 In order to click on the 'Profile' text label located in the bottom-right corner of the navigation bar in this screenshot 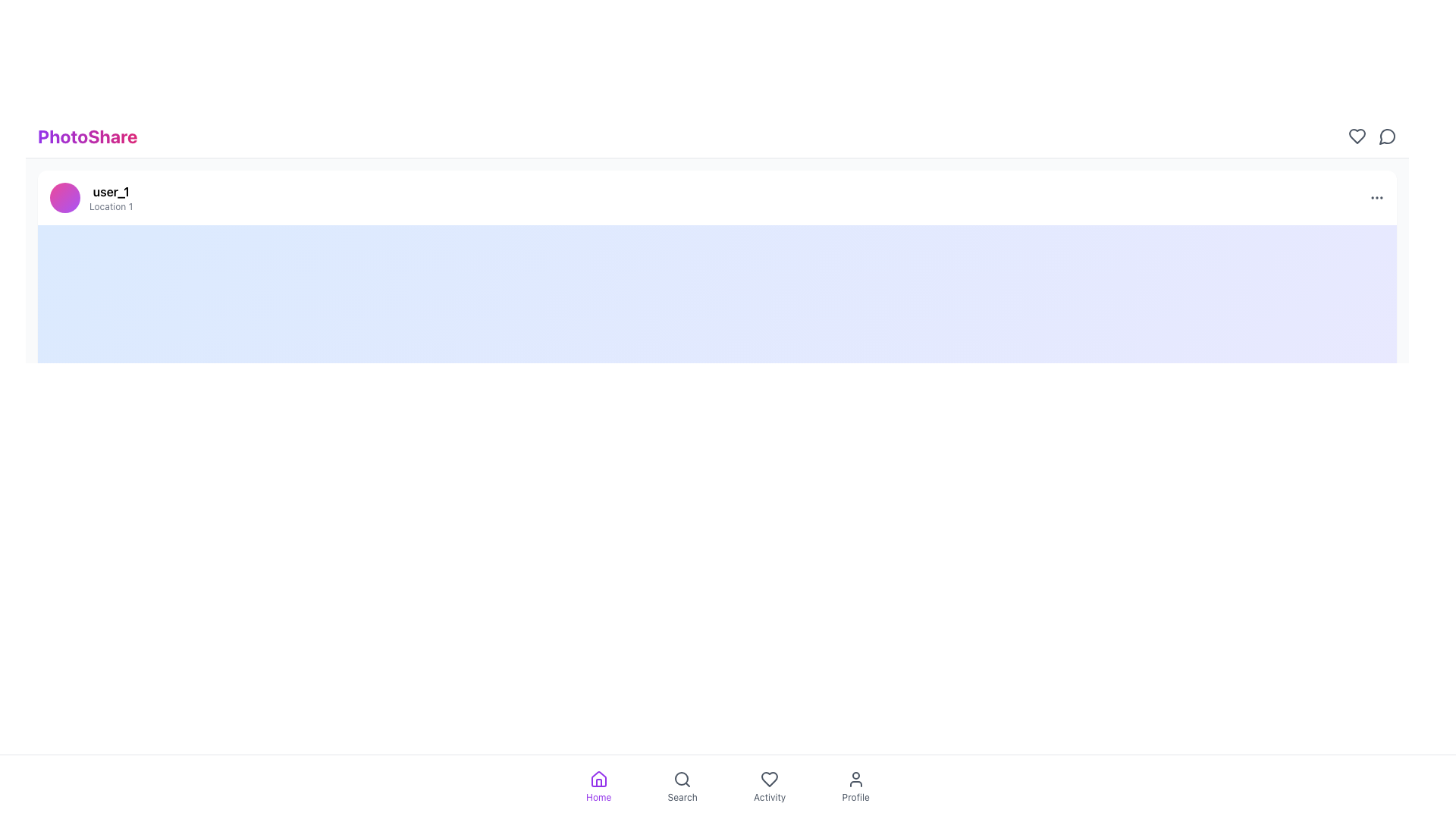, I will do `click(855, 797)`.